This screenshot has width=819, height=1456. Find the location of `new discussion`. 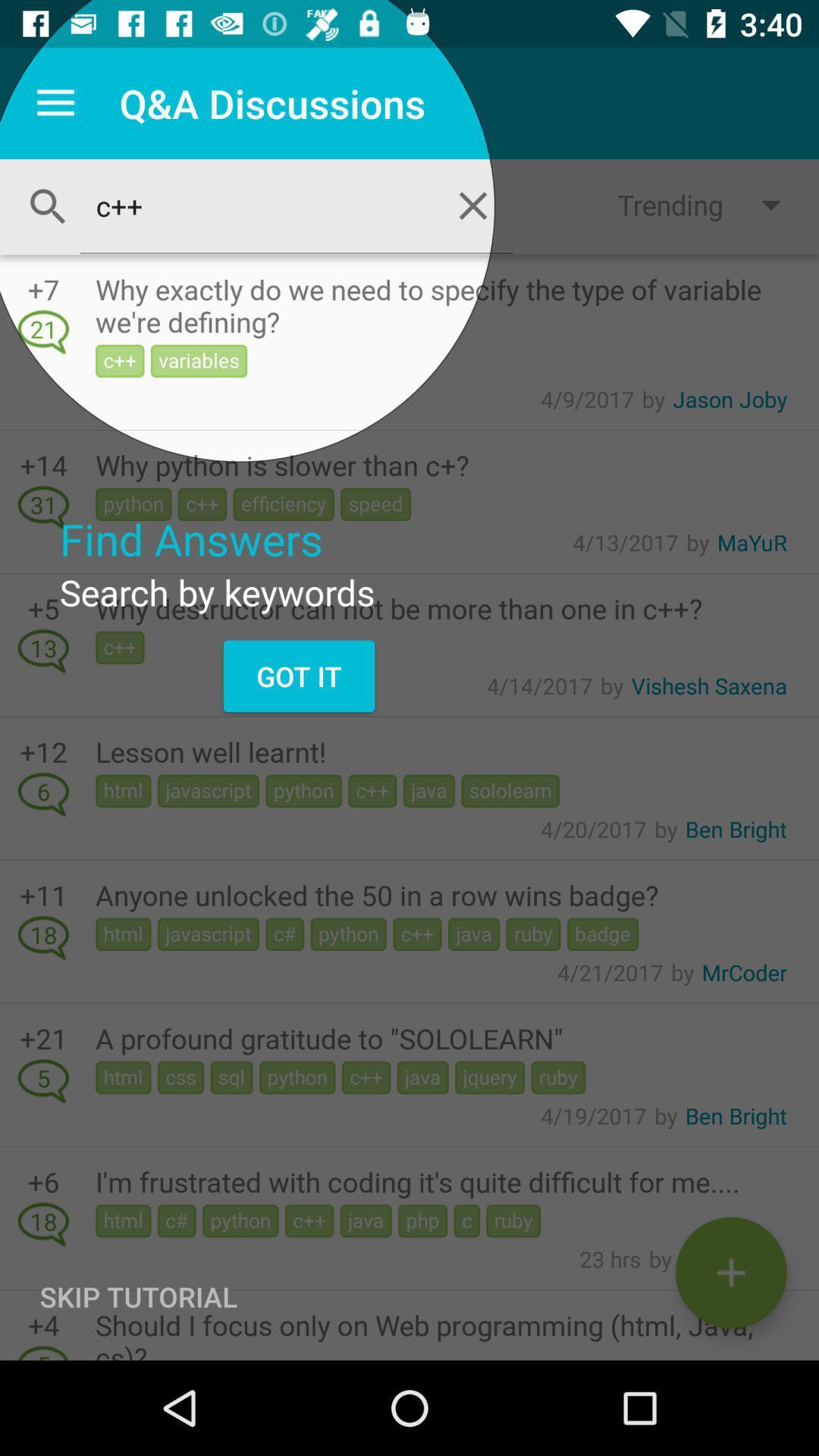

new discussion is located at coordinates (730, 1272).